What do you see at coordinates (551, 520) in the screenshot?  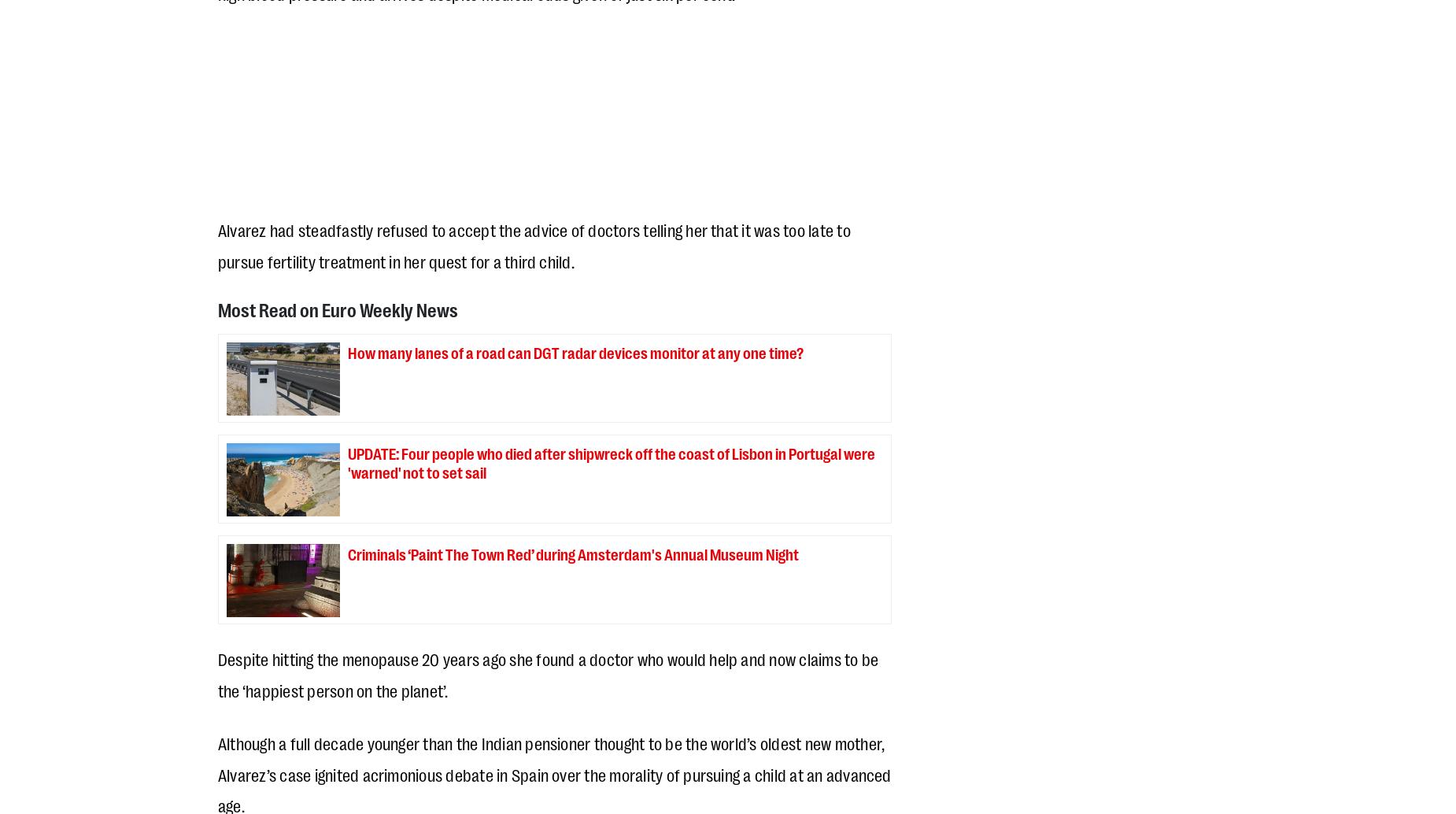 I see `'Our publication has won numerous awards over the last 25 years including Best Free Newspaper of the Year (Premios AEEPP), Company of the Year (Costa del Sol Business Awards) and Collaboration with Foreigners honours (Mijas Town Hall). All of this comes at ZERO cost to our readers. All our print and online content always has been and always will be FREE OF CHARGE.'` at bounding box center [551, 520].